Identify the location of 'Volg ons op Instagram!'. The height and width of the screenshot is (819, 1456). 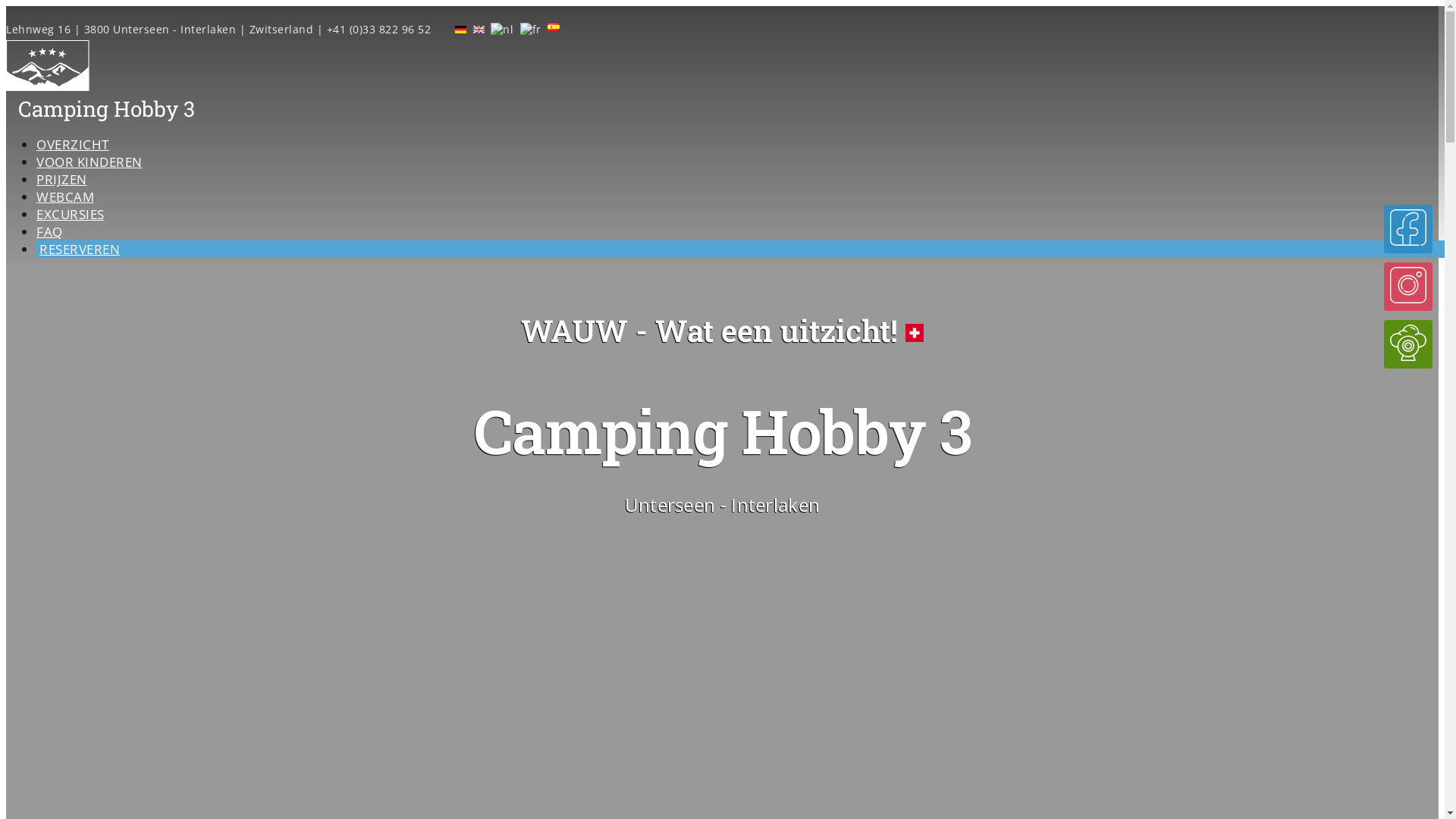
(1407, 287).